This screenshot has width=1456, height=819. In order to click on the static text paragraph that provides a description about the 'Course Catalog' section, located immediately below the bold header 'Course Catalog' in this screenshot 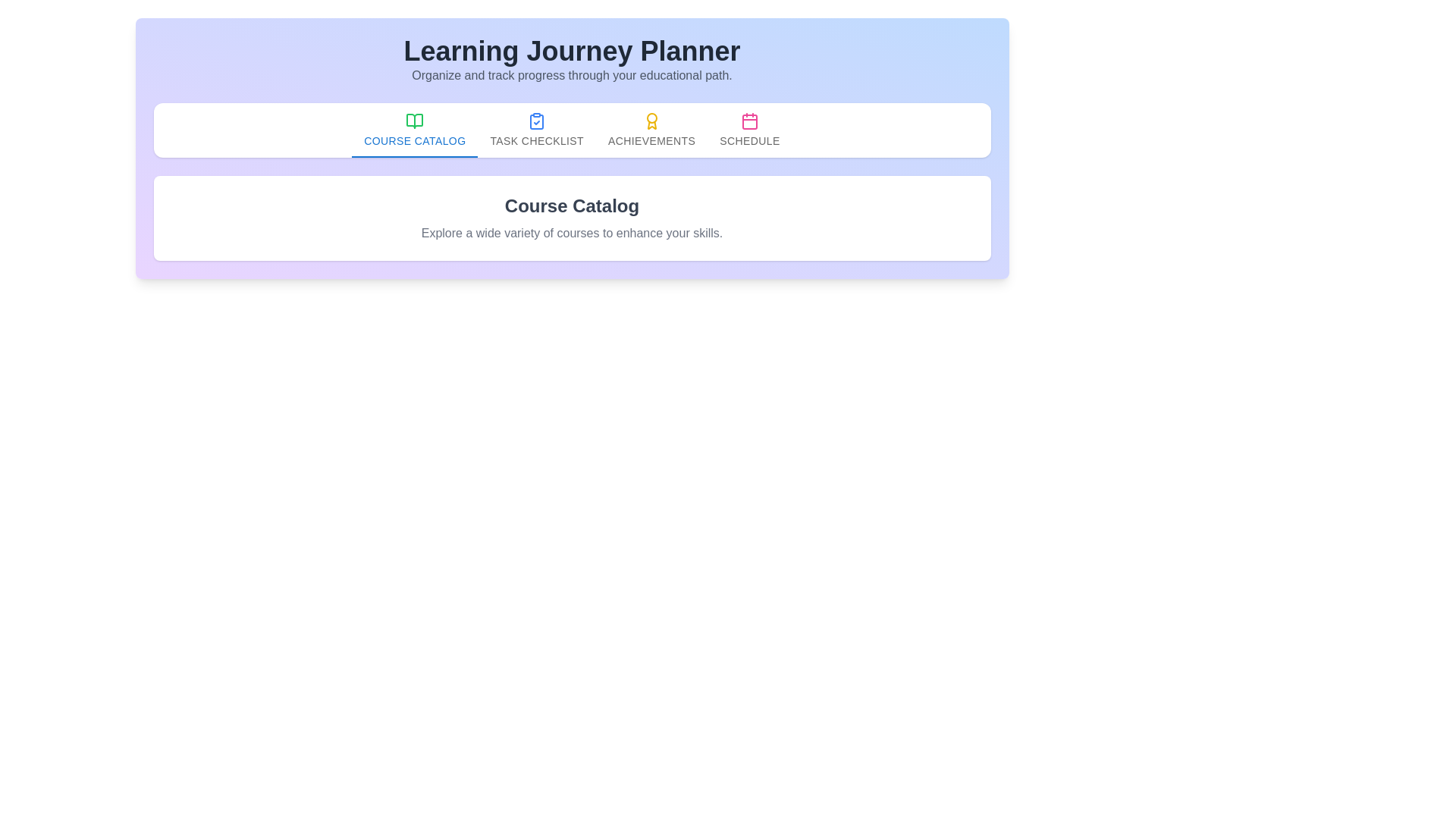, I will do `click(571, 234)`.